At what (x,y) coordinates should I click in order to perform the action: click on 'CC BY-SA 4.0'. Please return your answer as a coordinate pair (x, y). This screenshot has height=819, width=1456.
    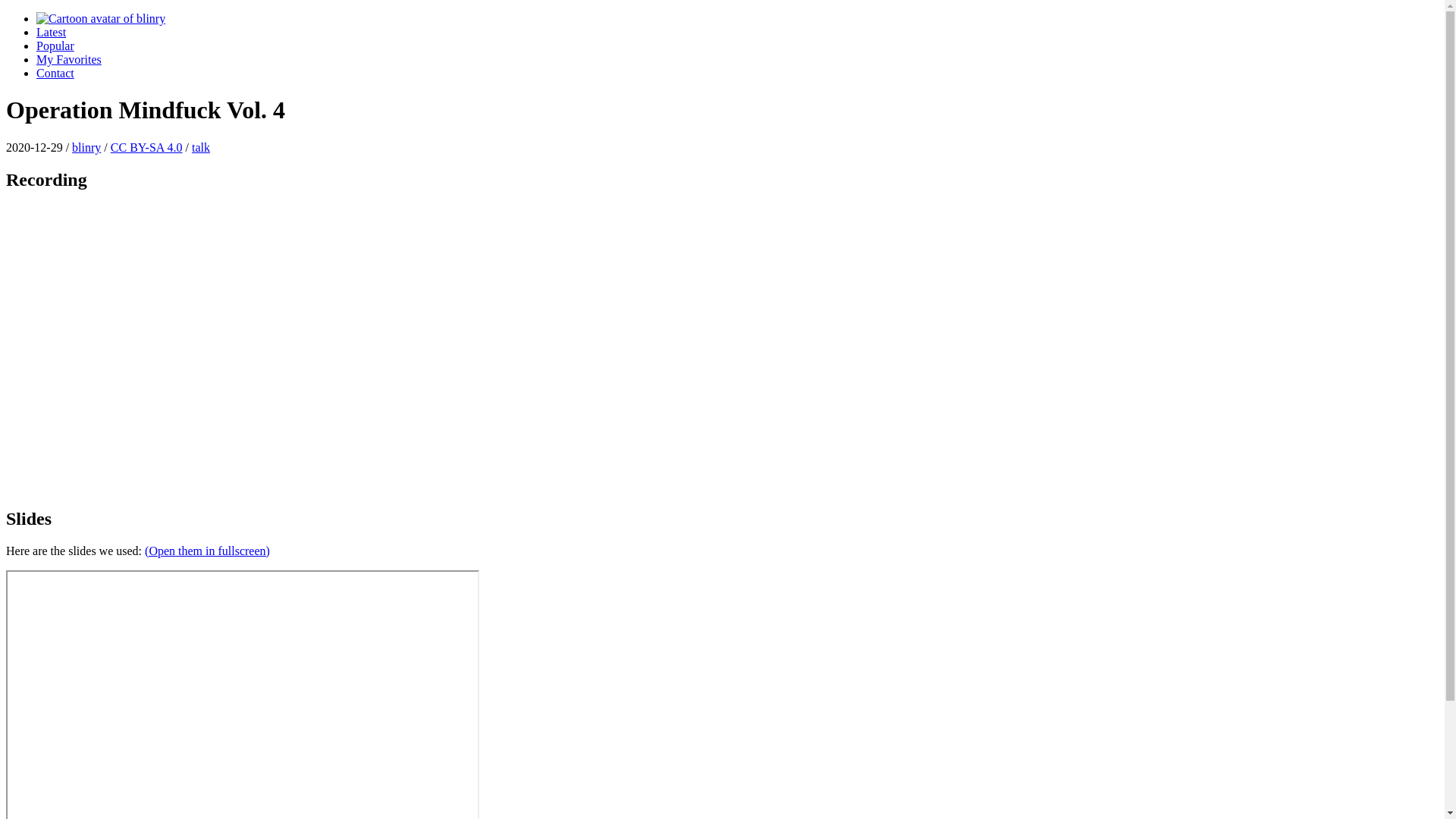
    Looking at the image, I should click on (146, 147).